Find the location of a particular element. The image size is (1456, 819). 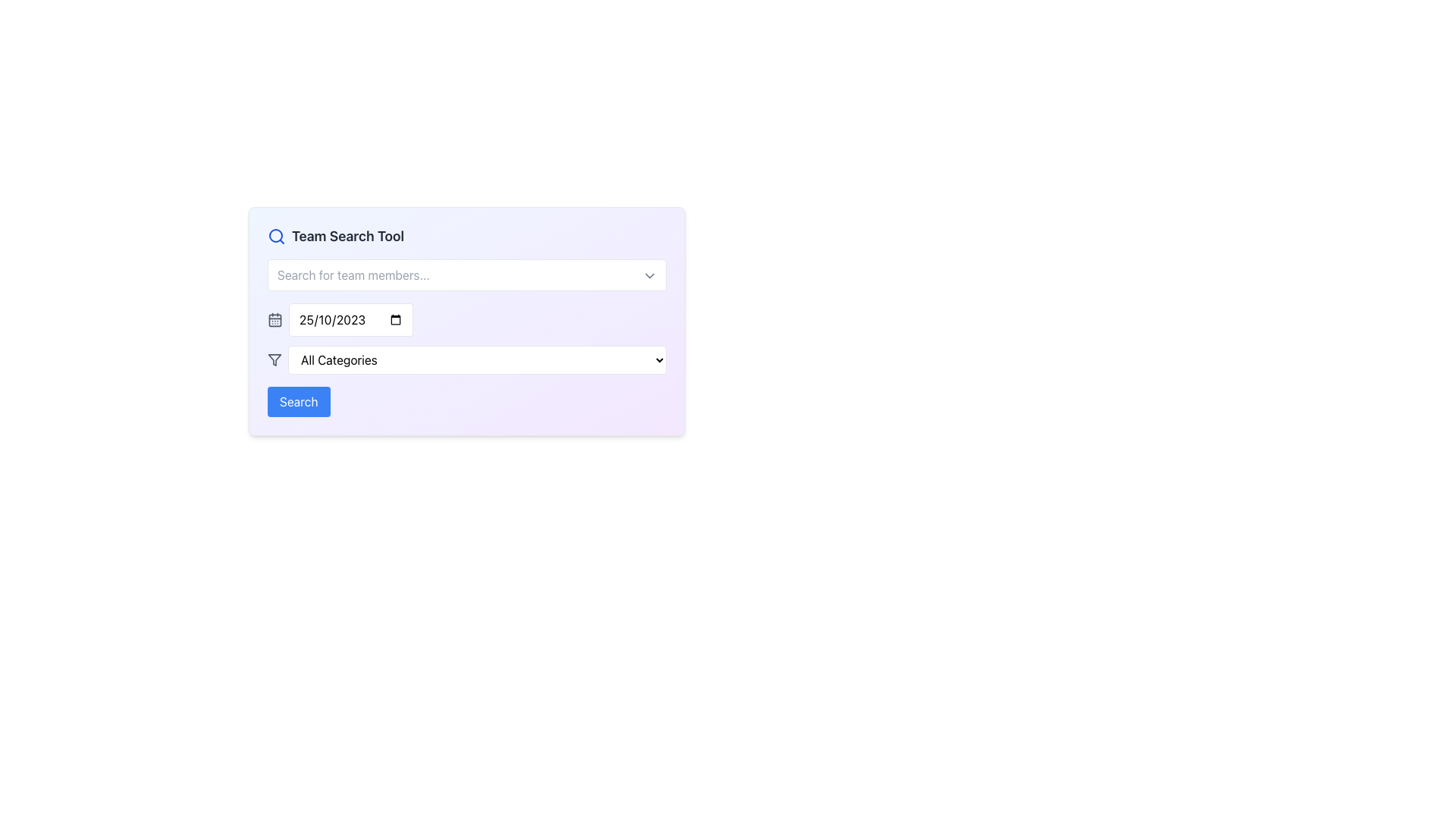

the second dropdown menu located below the calendar date picker is located at coordinates (466, 359).